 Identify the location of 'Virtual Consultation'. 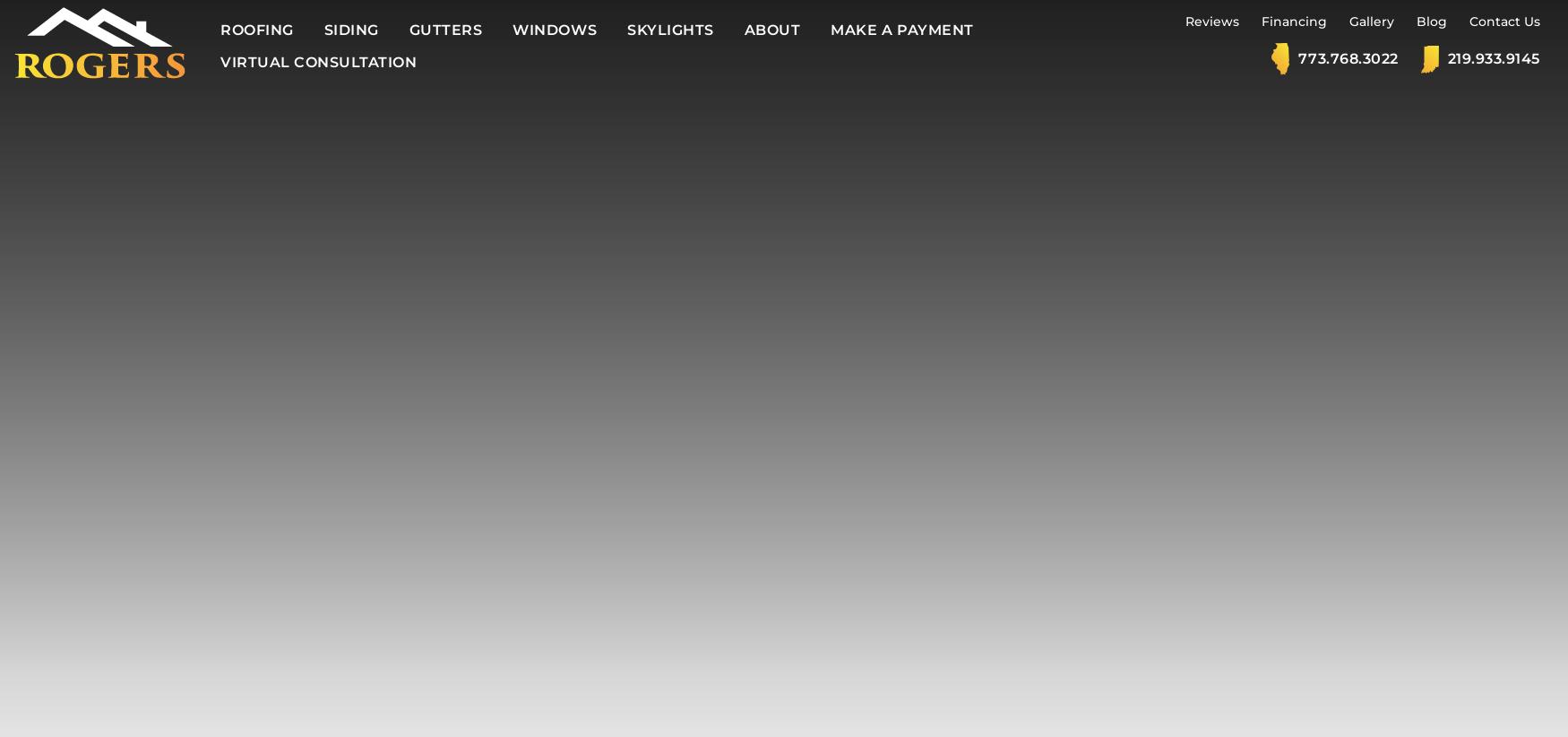
(318, 62).